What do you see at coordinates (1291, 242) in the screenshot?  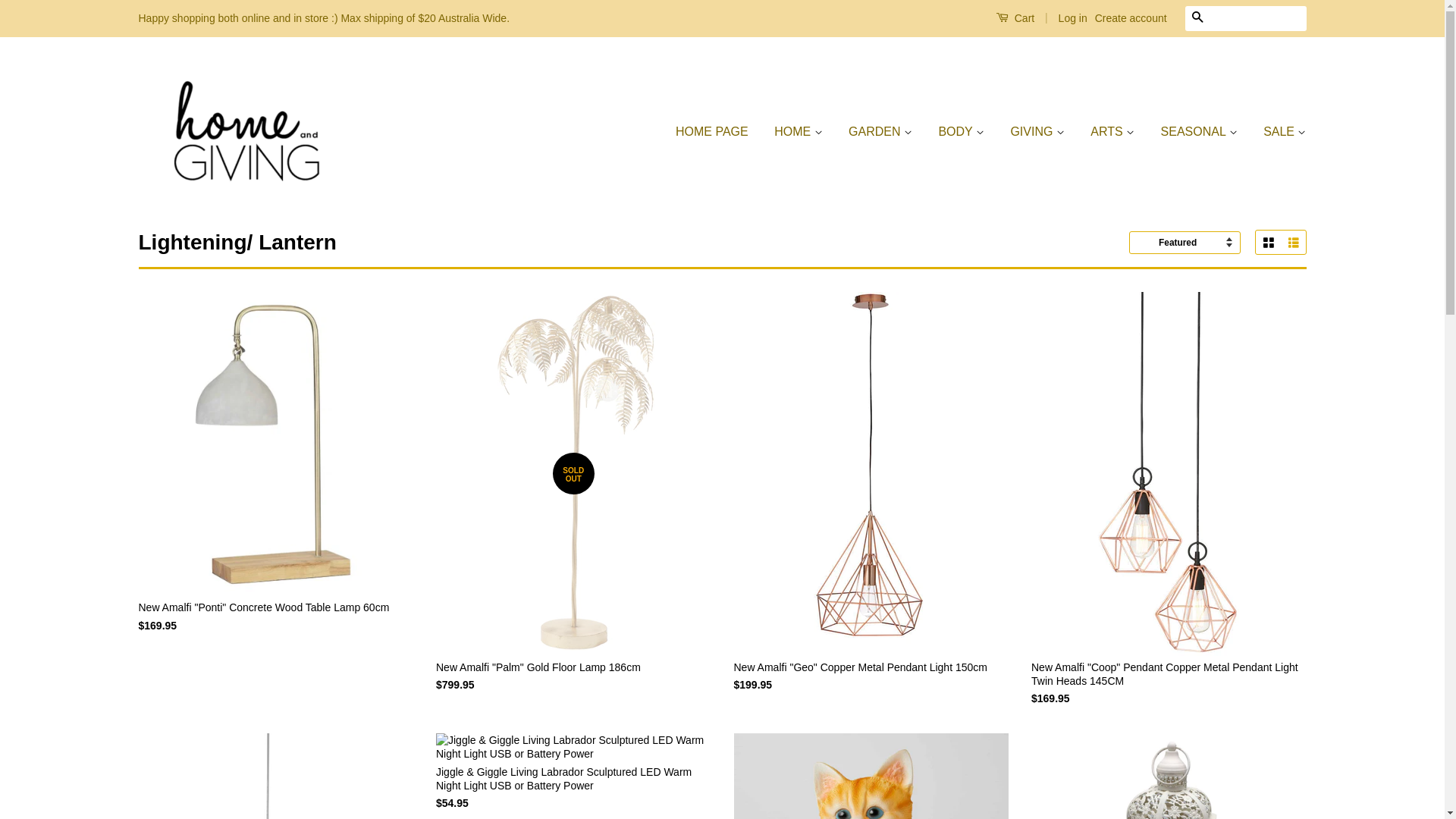 I see `'List View'` at bounding box center [1291, 242].